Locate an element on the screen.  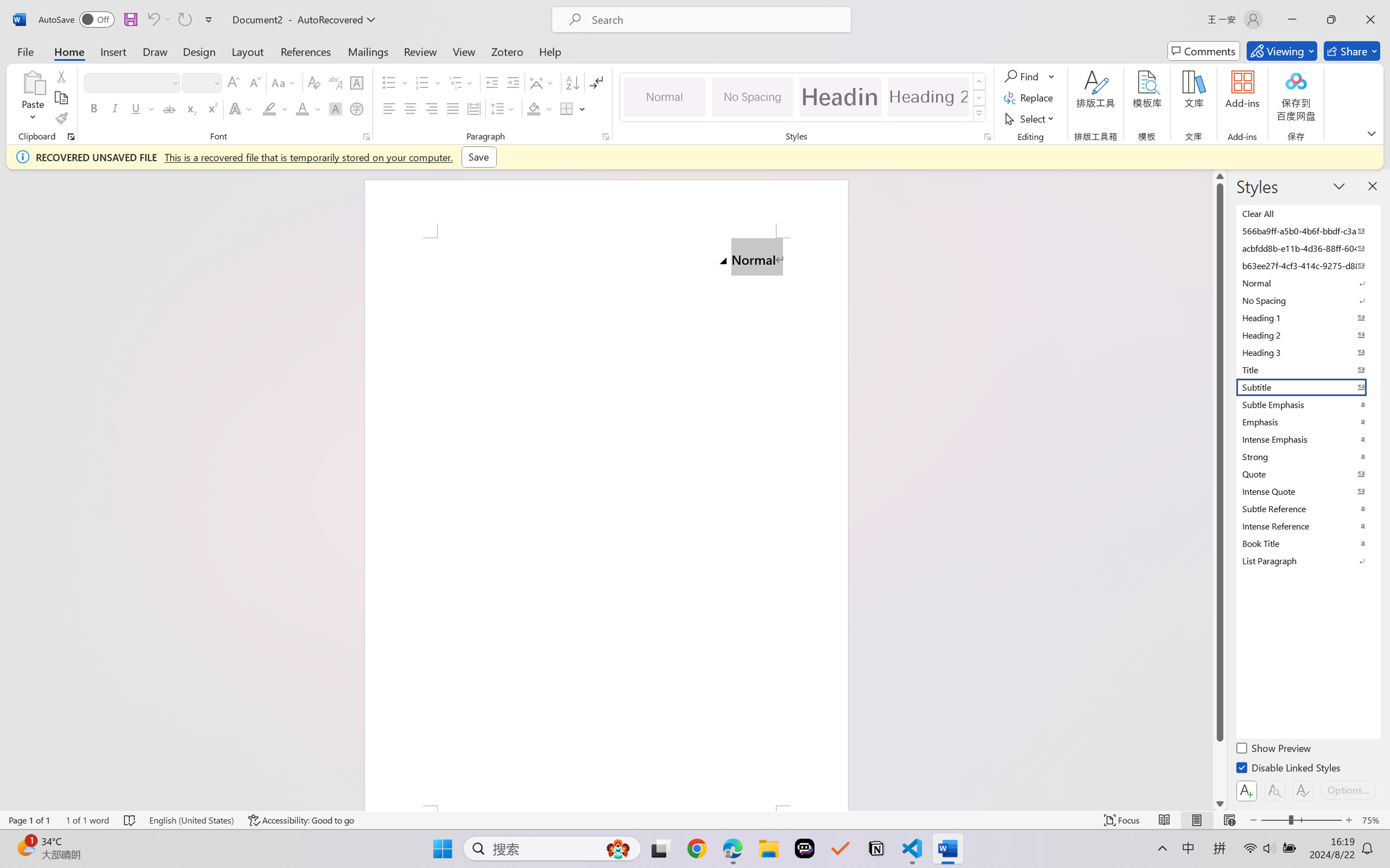
'Change Case' is located at coordinates (283, 83).